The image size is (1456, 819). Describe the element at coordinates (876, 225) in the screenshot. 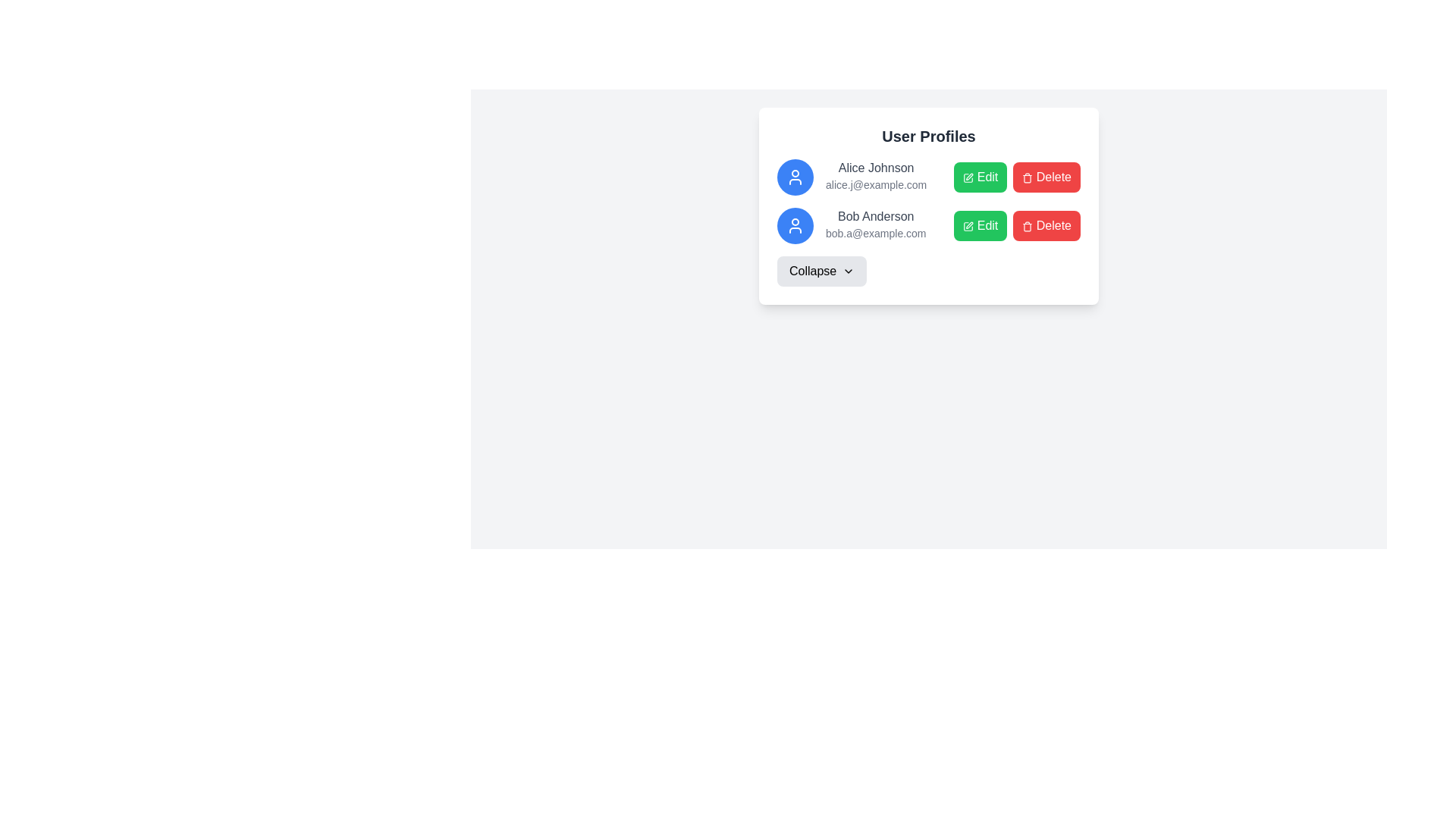

I see `the Text Label displaying 'Bob Anderson' and 'bob.a@example.com' in the User Profiles section` at that location.